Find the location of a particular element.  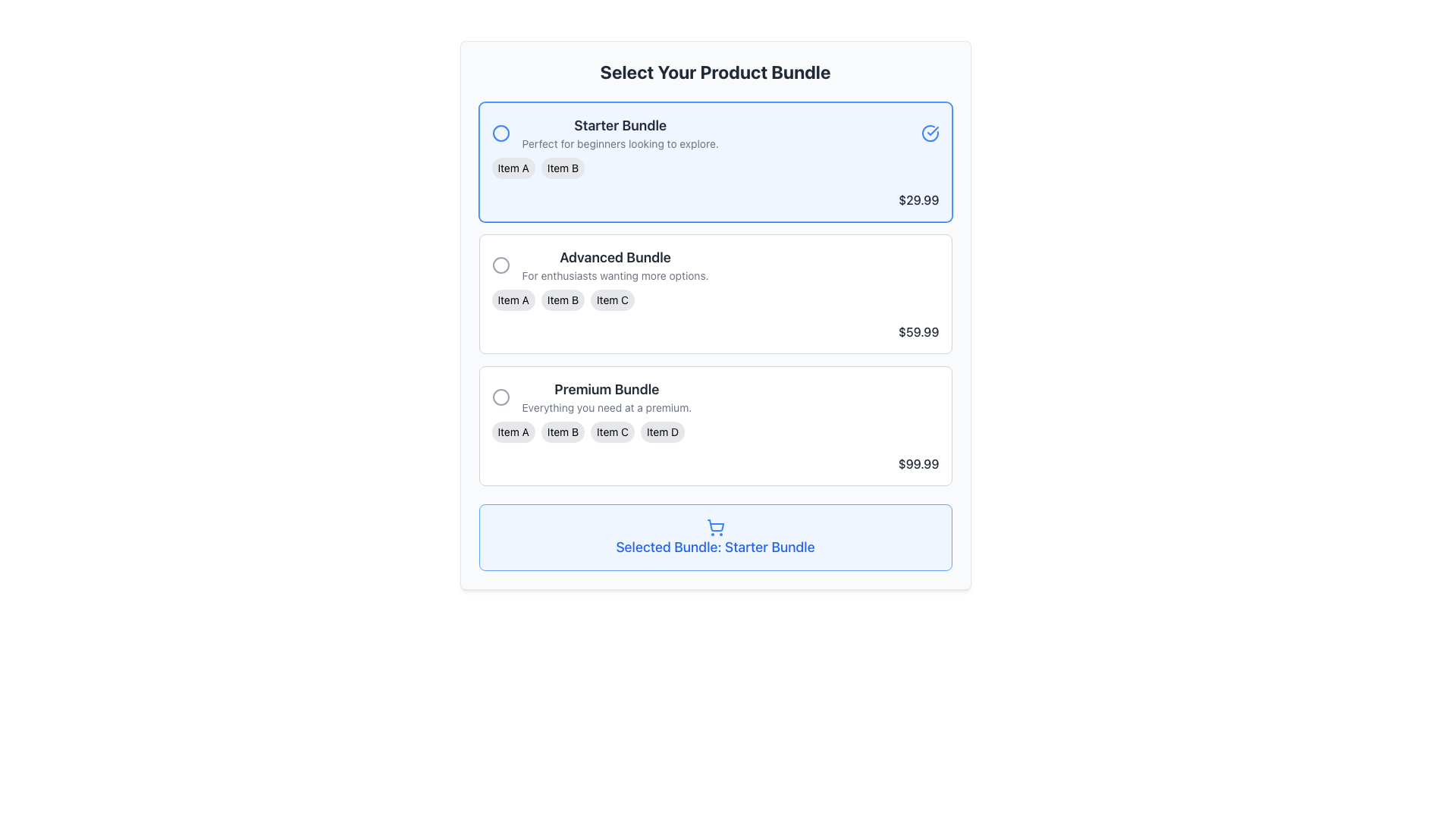

the label displaying 'Item B' in the 'Premium Bundle' section, which is a small rounded rectangular label with a light gray background and black text is located at coordinates (562, 432).